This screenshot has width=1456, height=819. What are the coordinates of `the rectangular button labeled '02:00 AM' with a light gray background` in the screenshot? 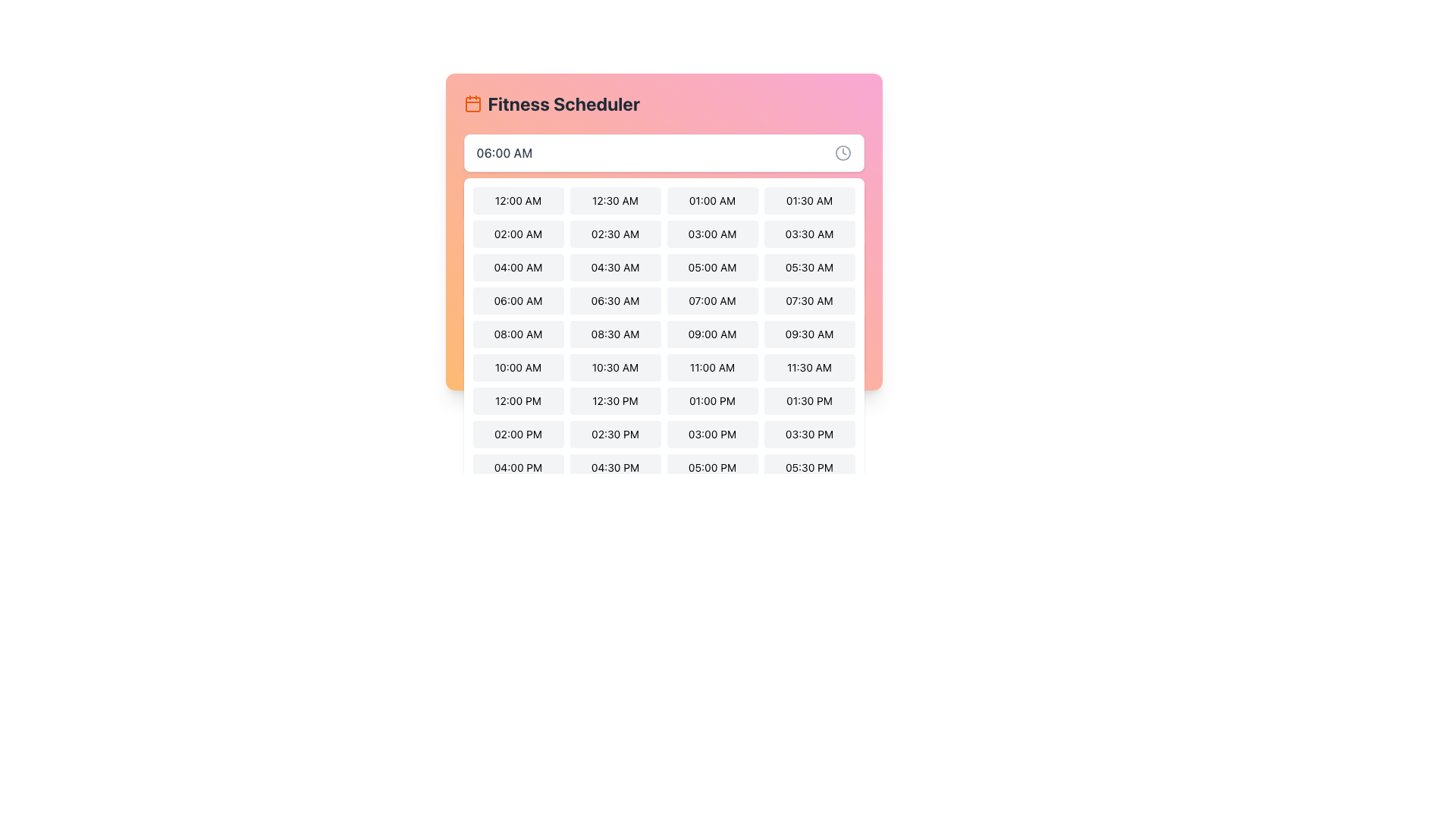 It's located at (518, 234).